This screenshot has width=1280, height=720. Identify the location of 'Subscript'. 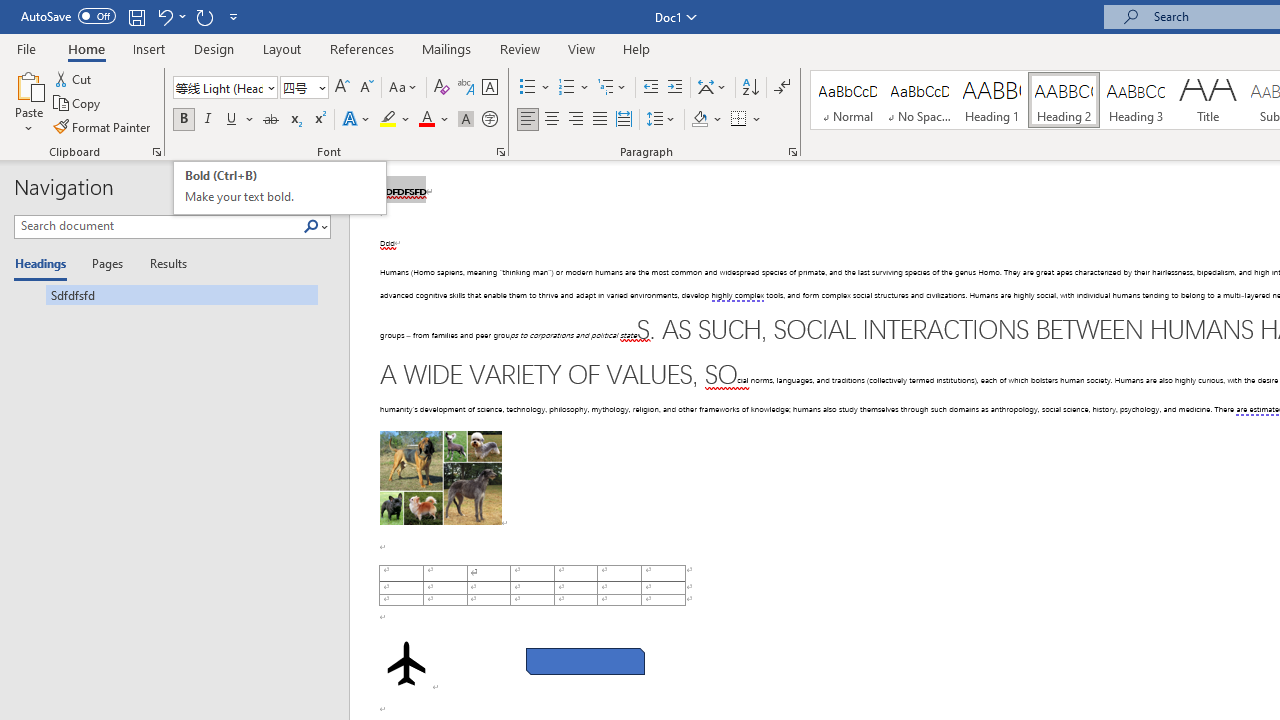
(294, 119).